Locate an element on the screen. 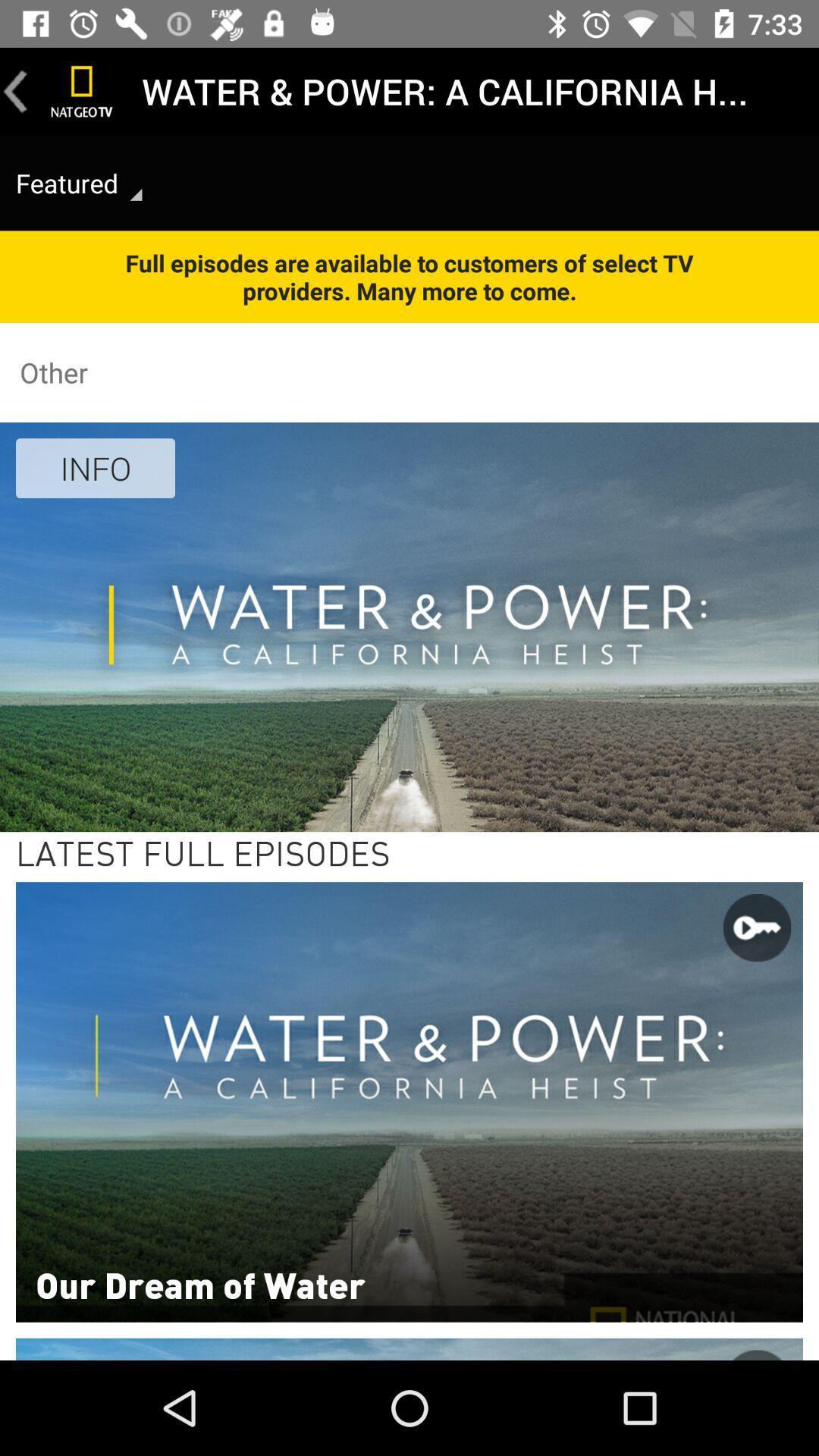 This screenshot has width=819, height=1456. the icon next to the water power a icon is located at coordinates (82, 90).